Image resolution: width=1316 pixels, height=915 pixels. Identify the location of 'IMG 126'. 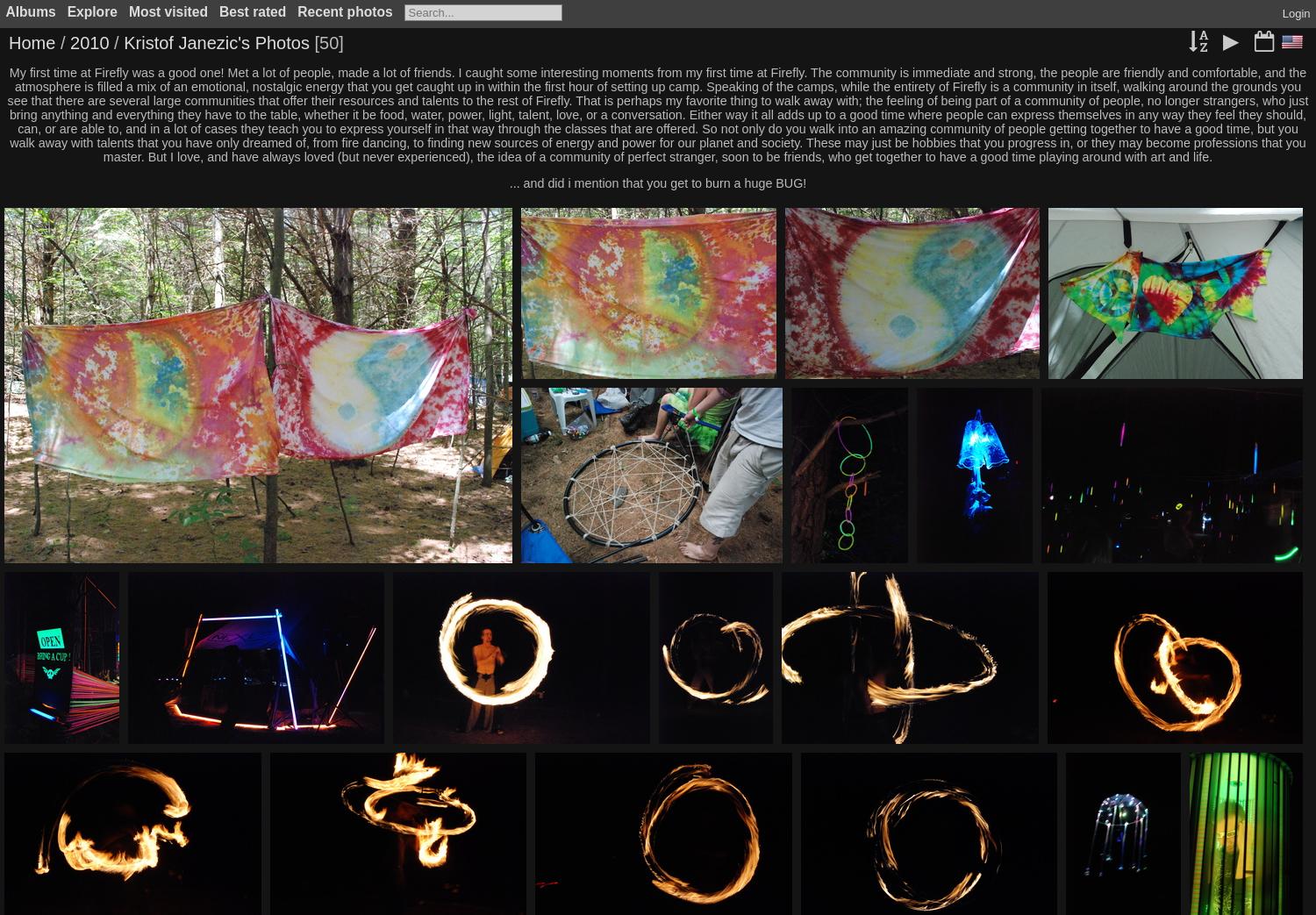
(259, 756).